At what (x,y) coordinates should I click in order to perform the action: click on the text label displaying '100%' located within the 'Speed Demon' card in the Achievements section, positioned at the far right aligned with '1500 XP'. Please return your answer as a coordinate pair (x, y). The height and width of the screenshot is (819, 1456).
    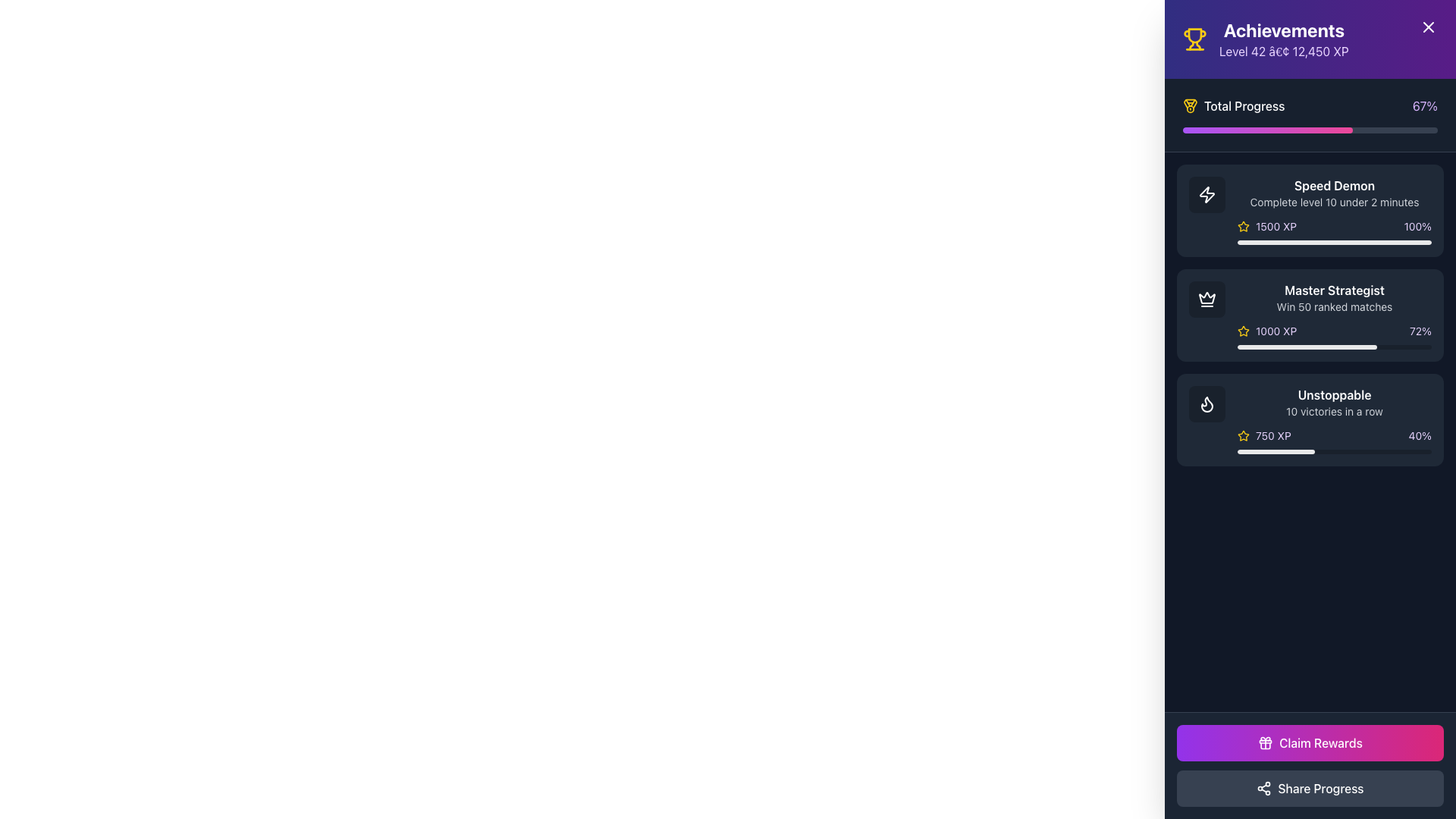
    Looking at the image, I should click on (1417, 227).